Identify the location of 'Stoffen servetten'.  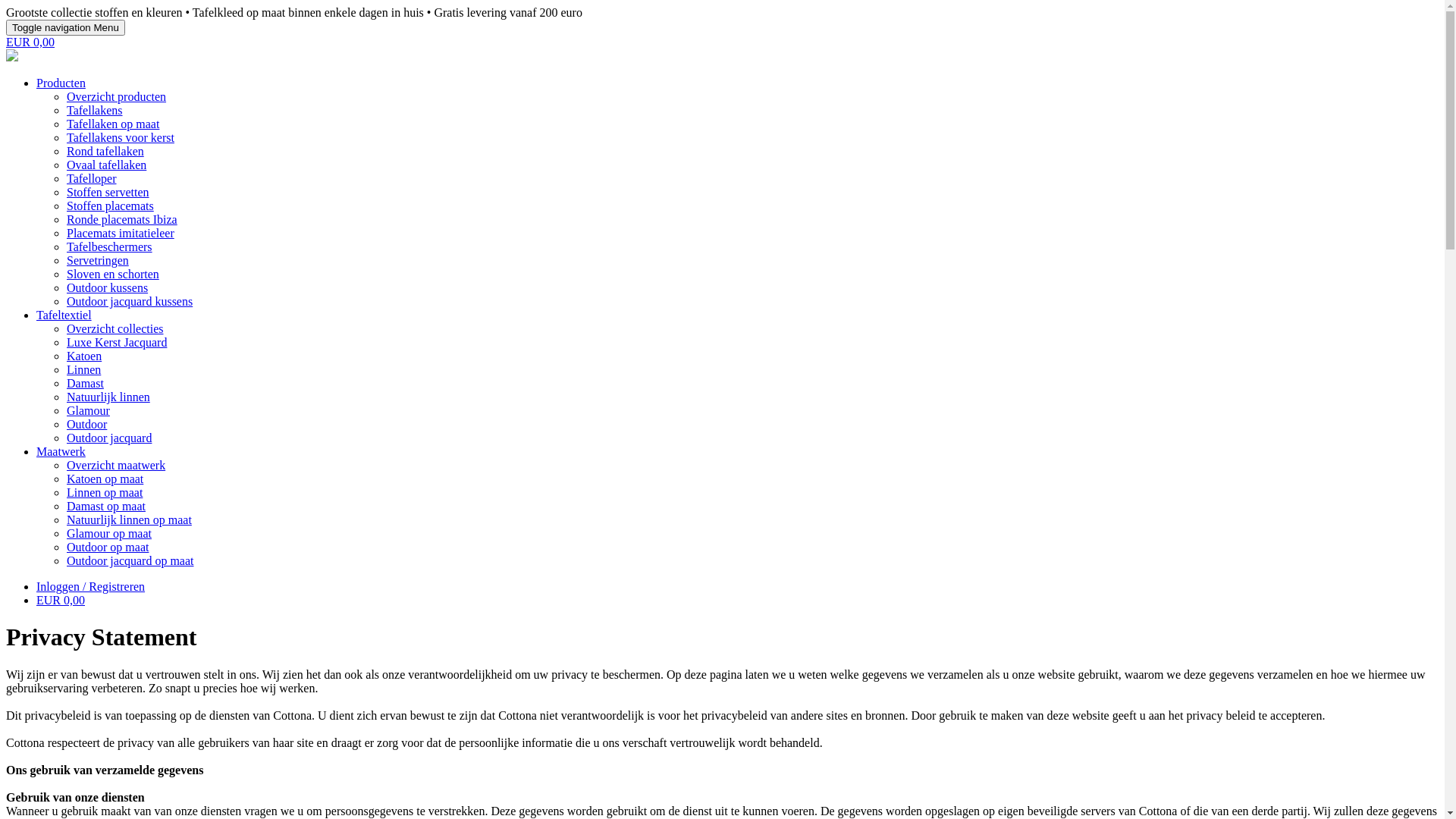
(65, 191).